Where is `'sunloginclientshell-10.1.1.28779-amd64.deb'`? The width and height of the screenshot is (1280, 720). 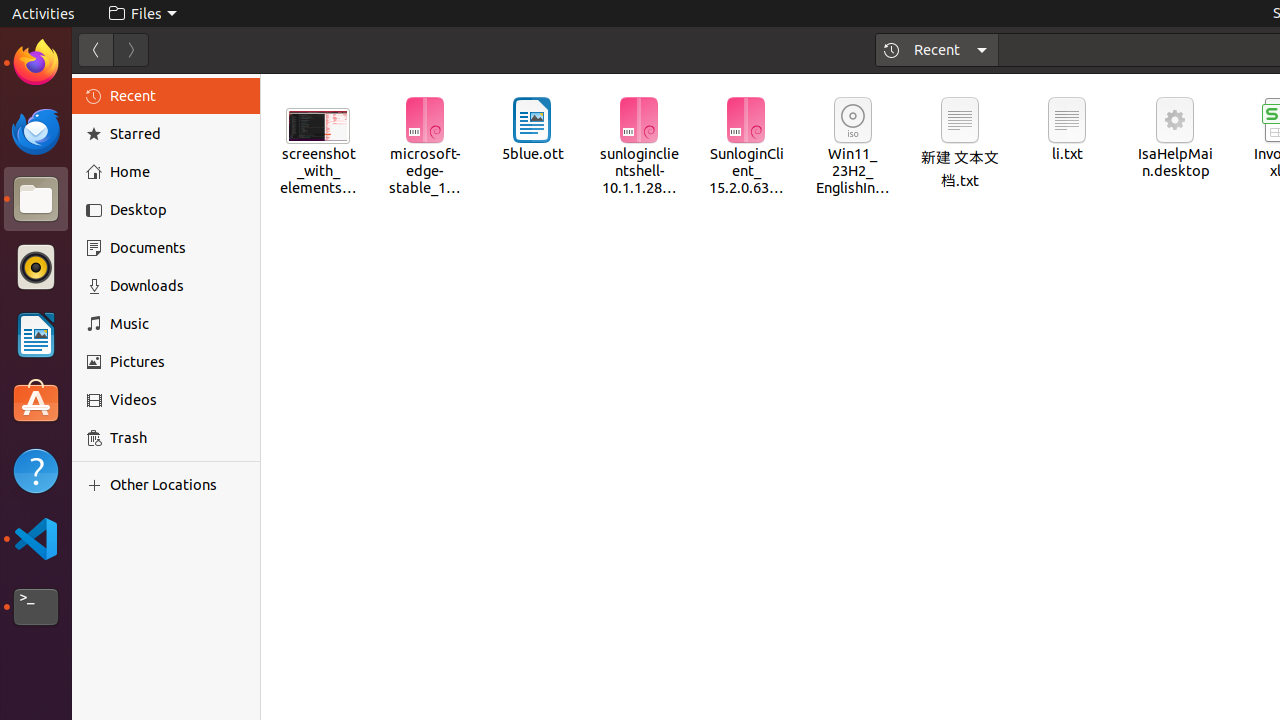 'sunloginclientshell-10.1.1.28779-amd64.deb' is located at coordinates (637, 146).